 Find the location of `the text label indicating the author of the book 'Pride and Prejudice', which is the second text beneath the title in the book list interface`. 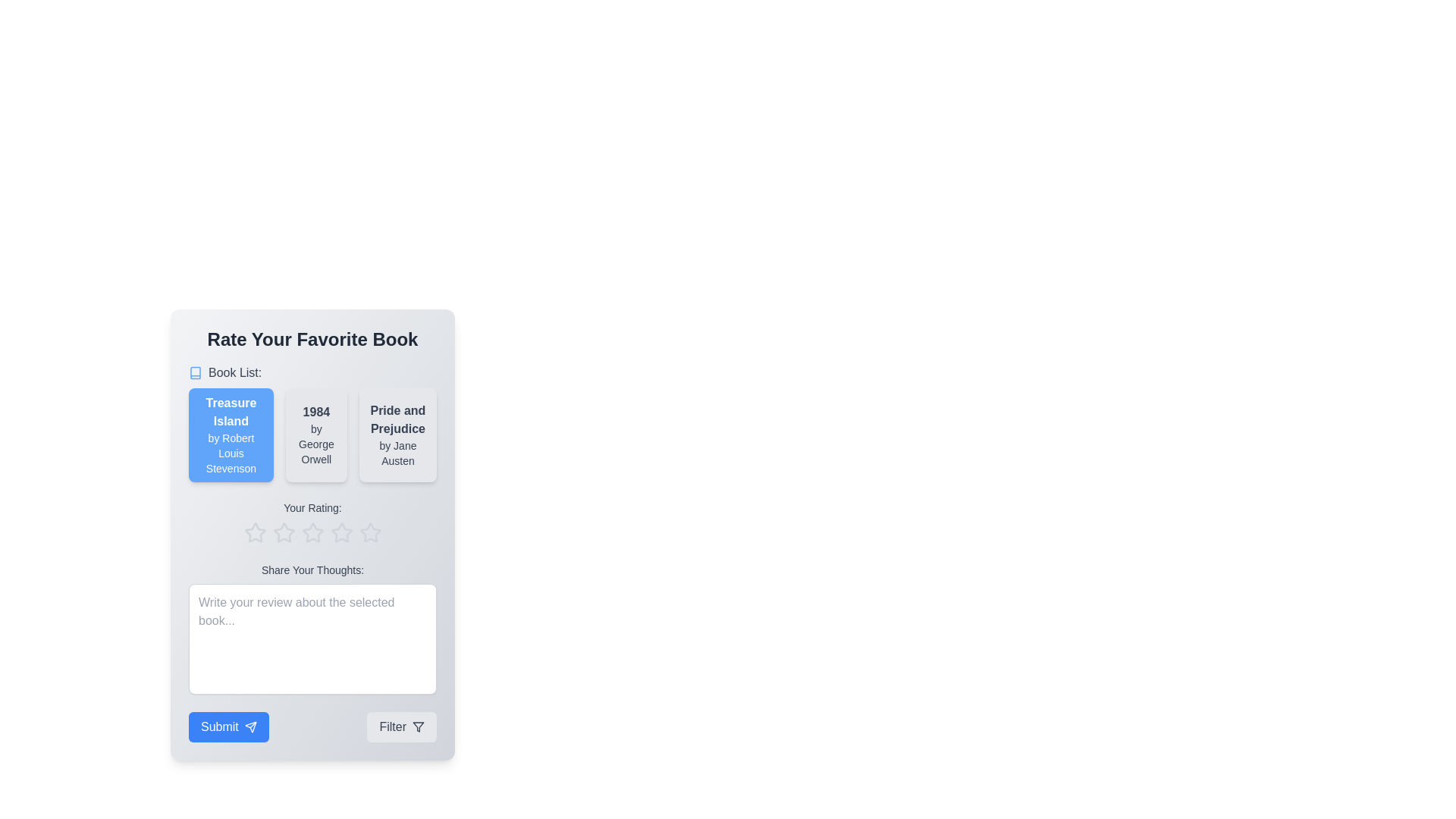

the text label indicating the author of the book 'Pride and Prejudice', which is the second text beneath the title in the book list interface is located at coordinates (397, 452).